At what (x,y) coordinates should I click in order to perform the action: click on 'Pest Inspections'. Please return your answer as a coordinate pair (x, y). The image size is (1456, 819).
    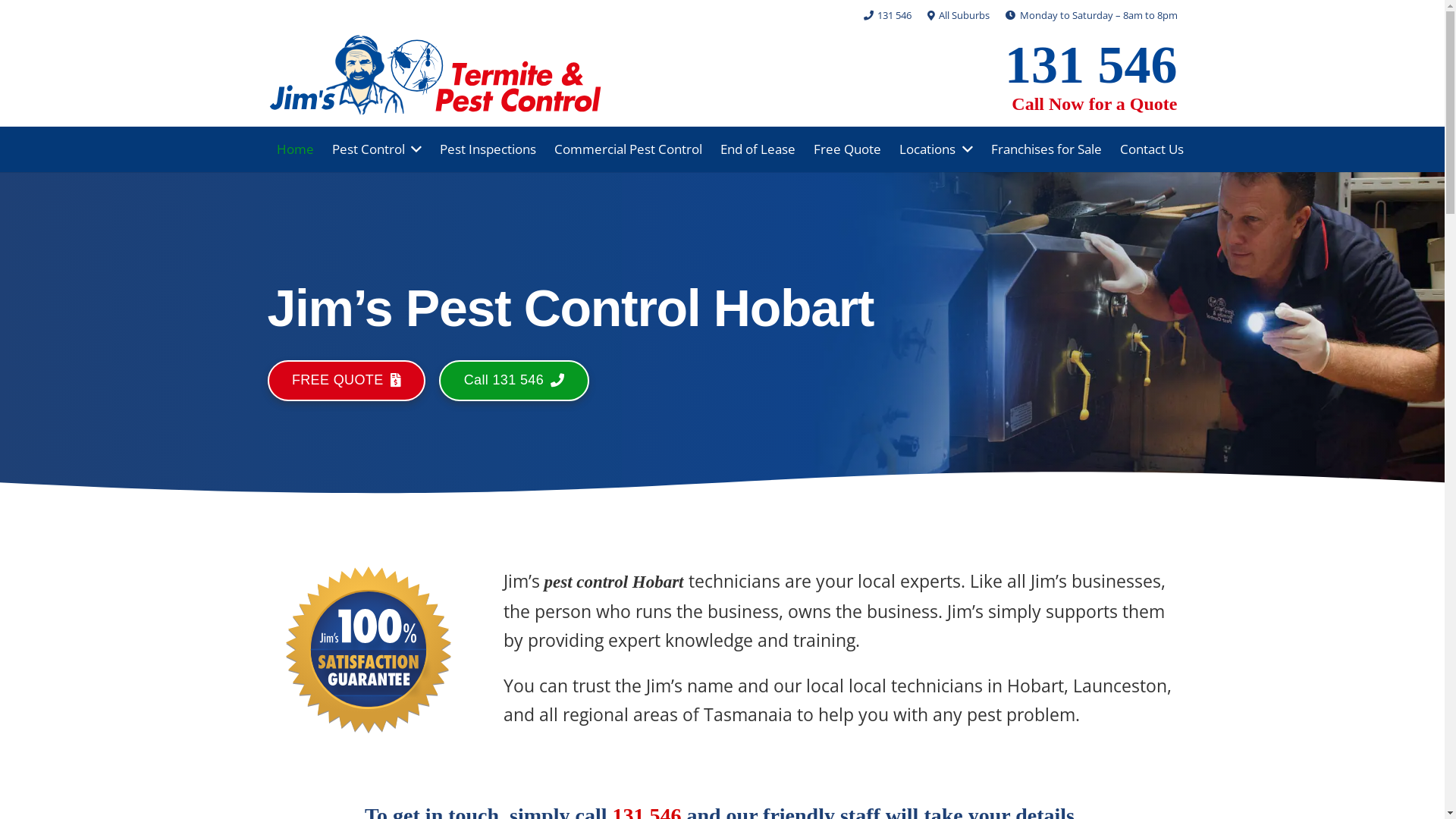
    Looking at the image, I should click on (488, 149).